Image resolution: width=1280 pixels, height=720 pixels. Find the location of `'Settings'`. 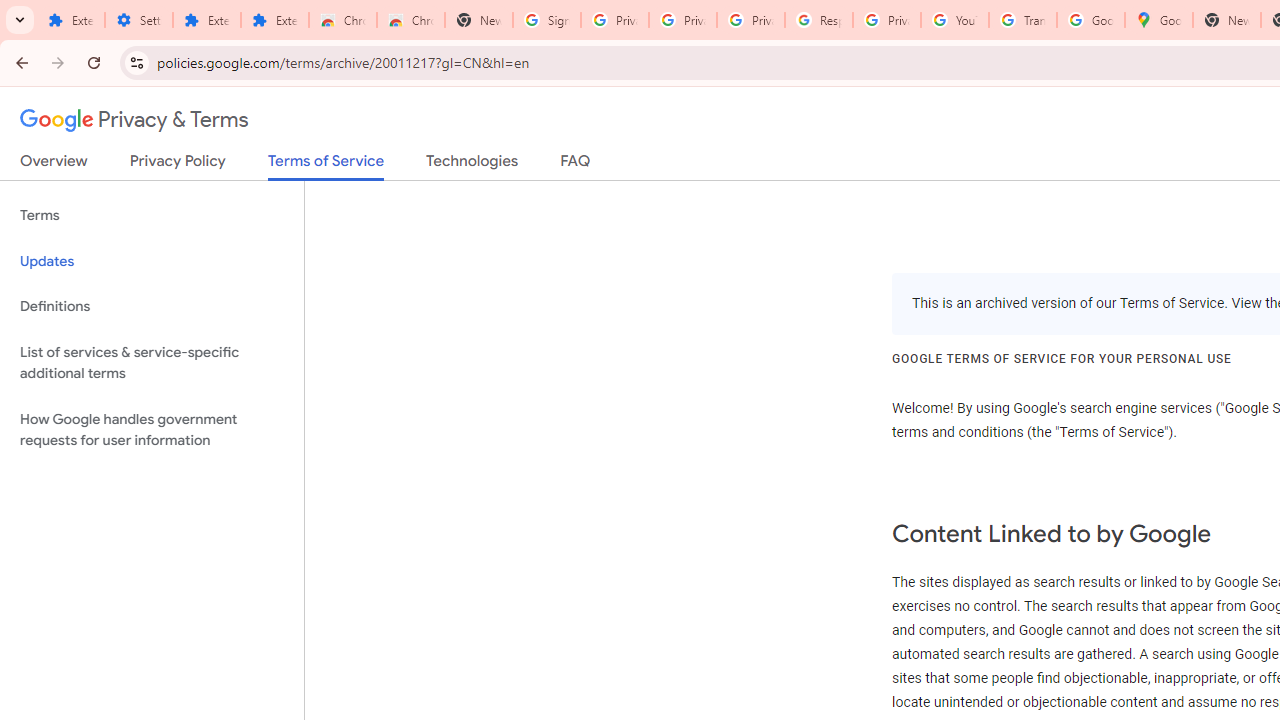

'Settings' is located at coordinates (137, 20).